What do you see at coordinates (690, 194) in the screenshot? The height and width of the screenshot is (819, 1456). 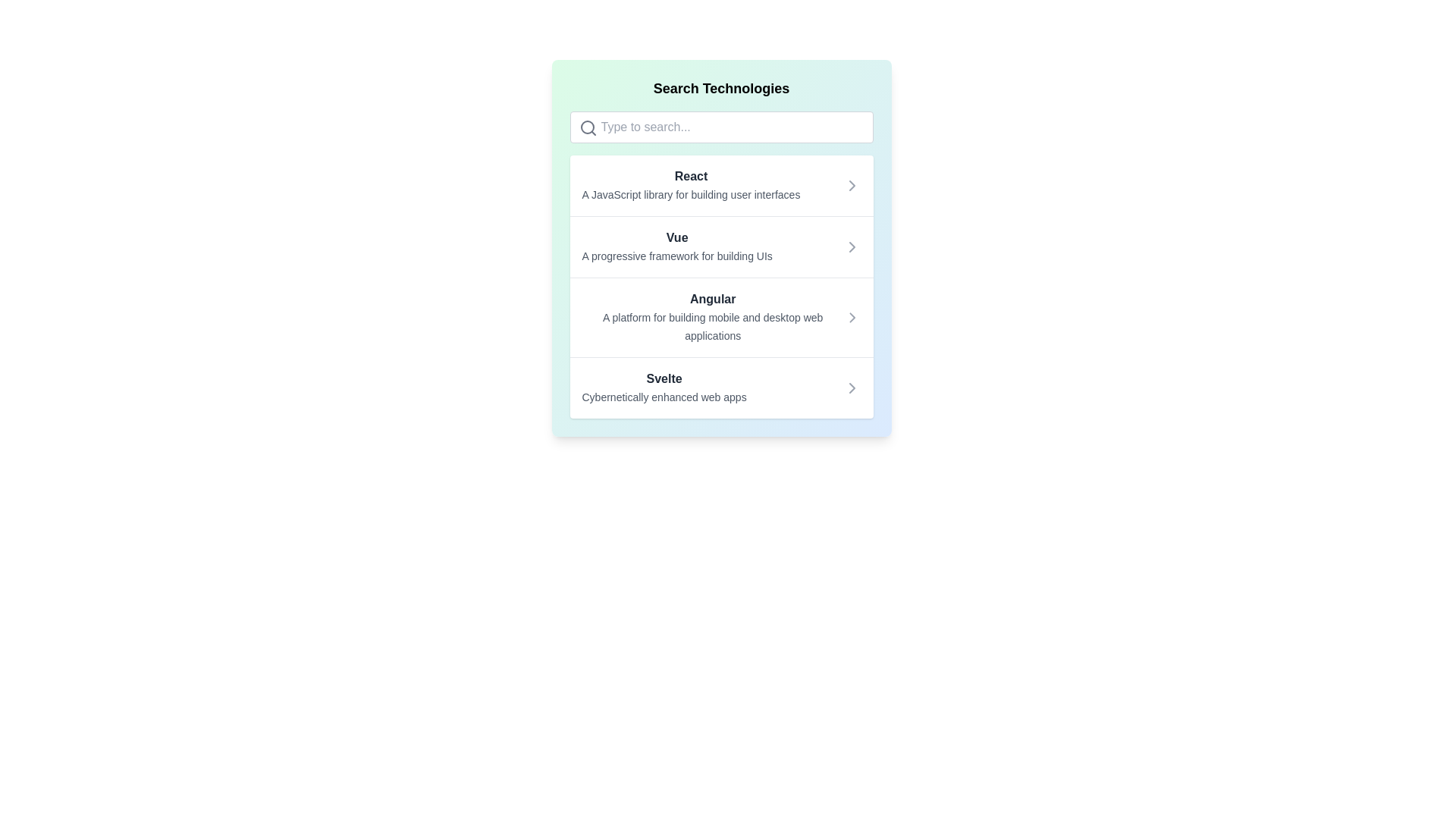 I see `text of the Label located in the second line of the first entry under the 'React' title in the 'Search Technologies' interface` at bounding box center [690, 194].